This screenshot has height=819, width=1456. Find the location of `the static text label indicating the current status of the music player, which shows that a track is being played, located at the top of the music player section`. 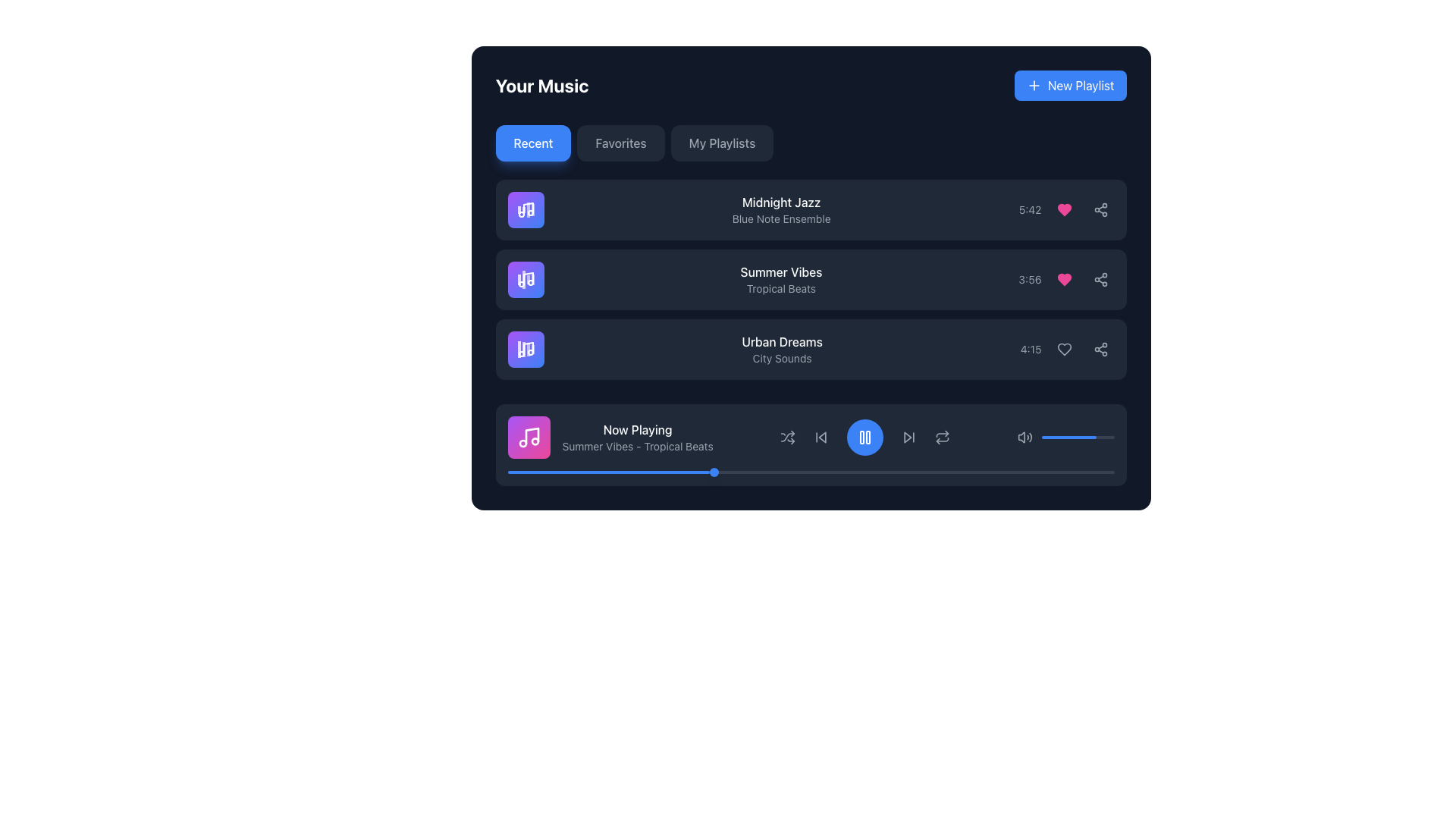

the static text label indicating the current status of the music player, which shows that a track is being played, located at the top of the music player section is located at coordinates (638, 430).